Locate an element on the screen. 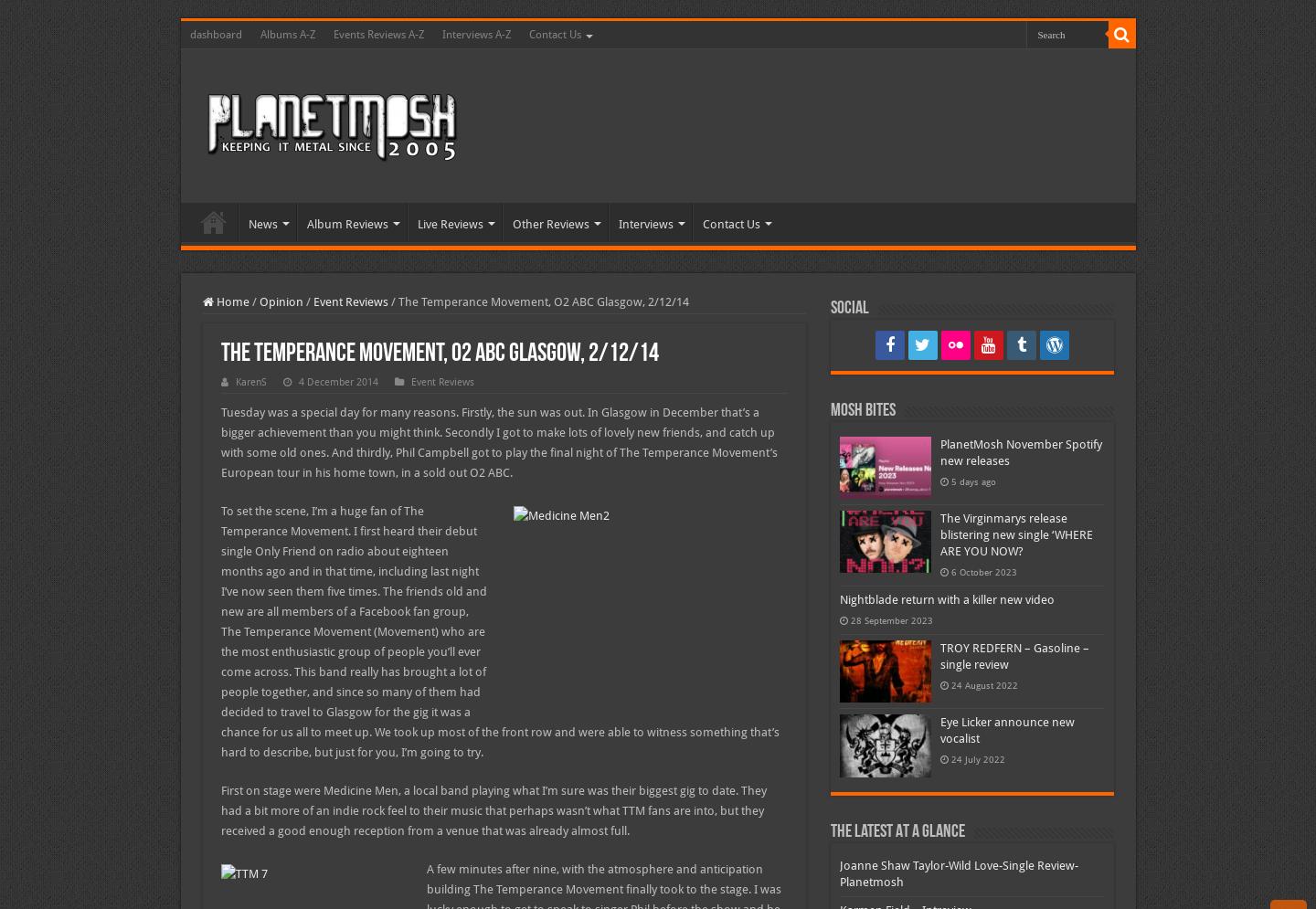 Image resolution: width=1316 pixels, height=909 pixels. 'First on stage were Medicine Men, a local band playing what I’m sure was their biggest gig to date. They had a bit more of an indie rock feel to their music that perhaps wasn’t what TTM fans are into, but they received a good enough reception from a venue that was already almost full.' is located at coordinates (219, 809).